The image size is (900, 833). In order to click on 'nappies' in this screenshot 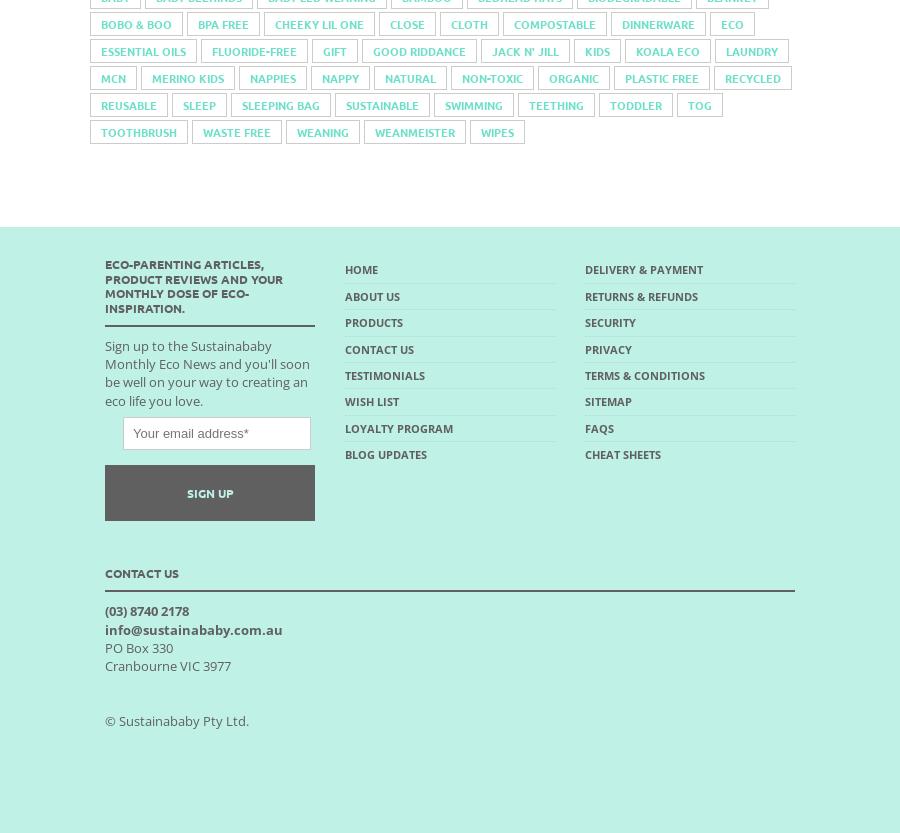, I will do `click(271, 76)`.